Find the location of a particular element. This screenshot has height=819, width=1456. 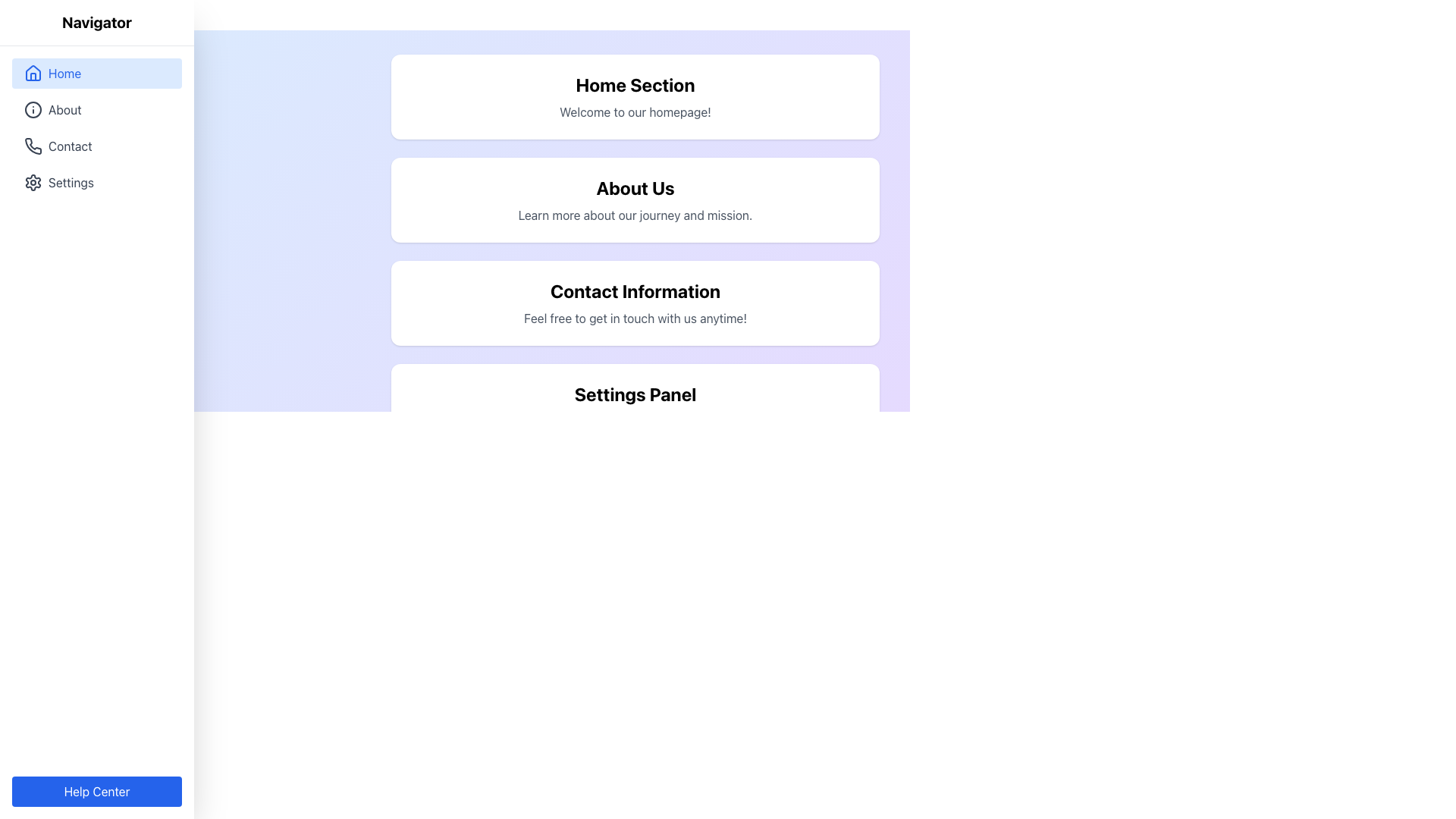

the navigation link text in the sidebar menu is located at coordinates (64, 73).